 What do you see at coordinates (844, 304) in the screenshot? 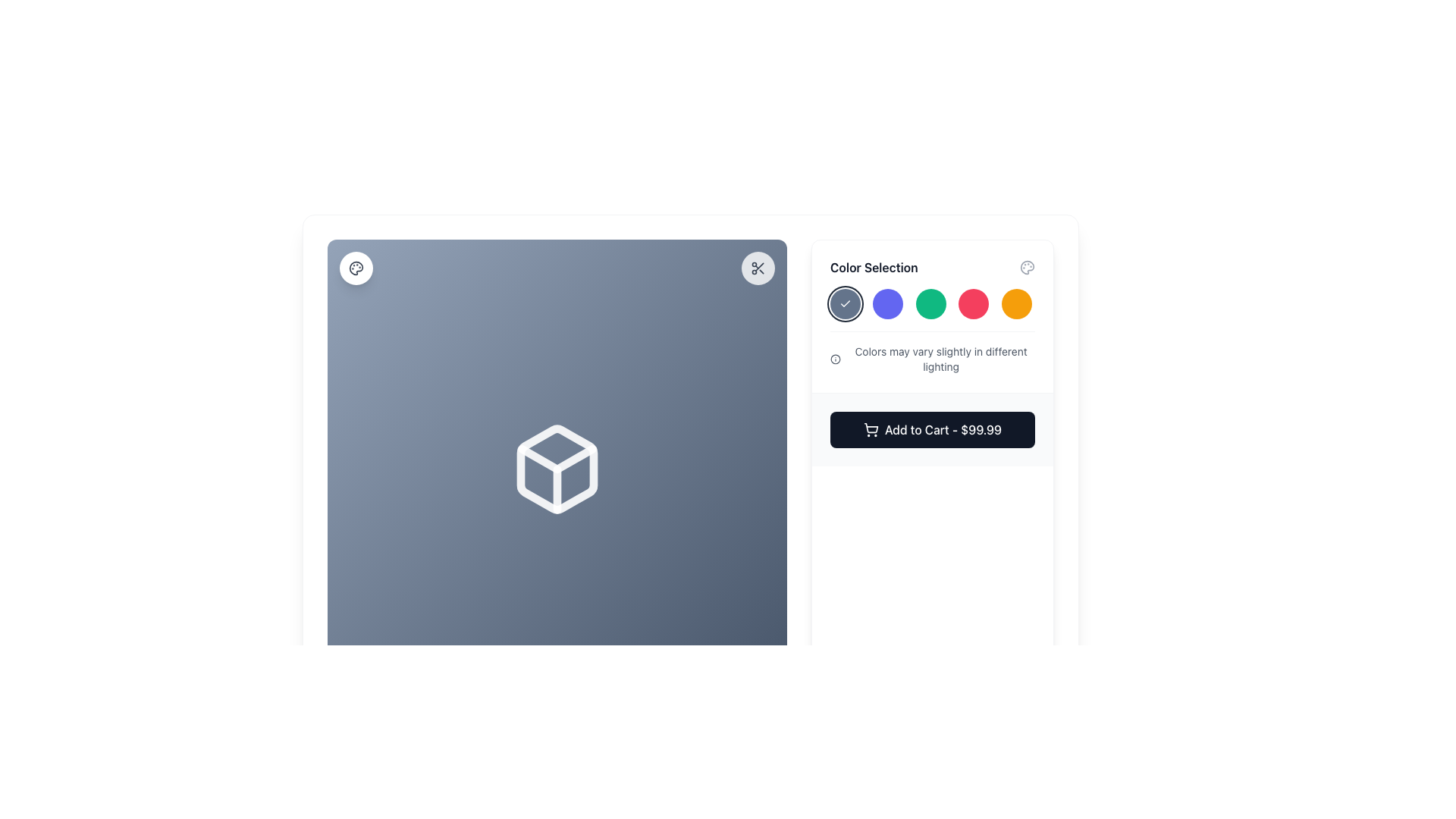
I see `the checkmark icon inside the circular button, which is highlighted with a white outline` at bounding box center [844, 304].